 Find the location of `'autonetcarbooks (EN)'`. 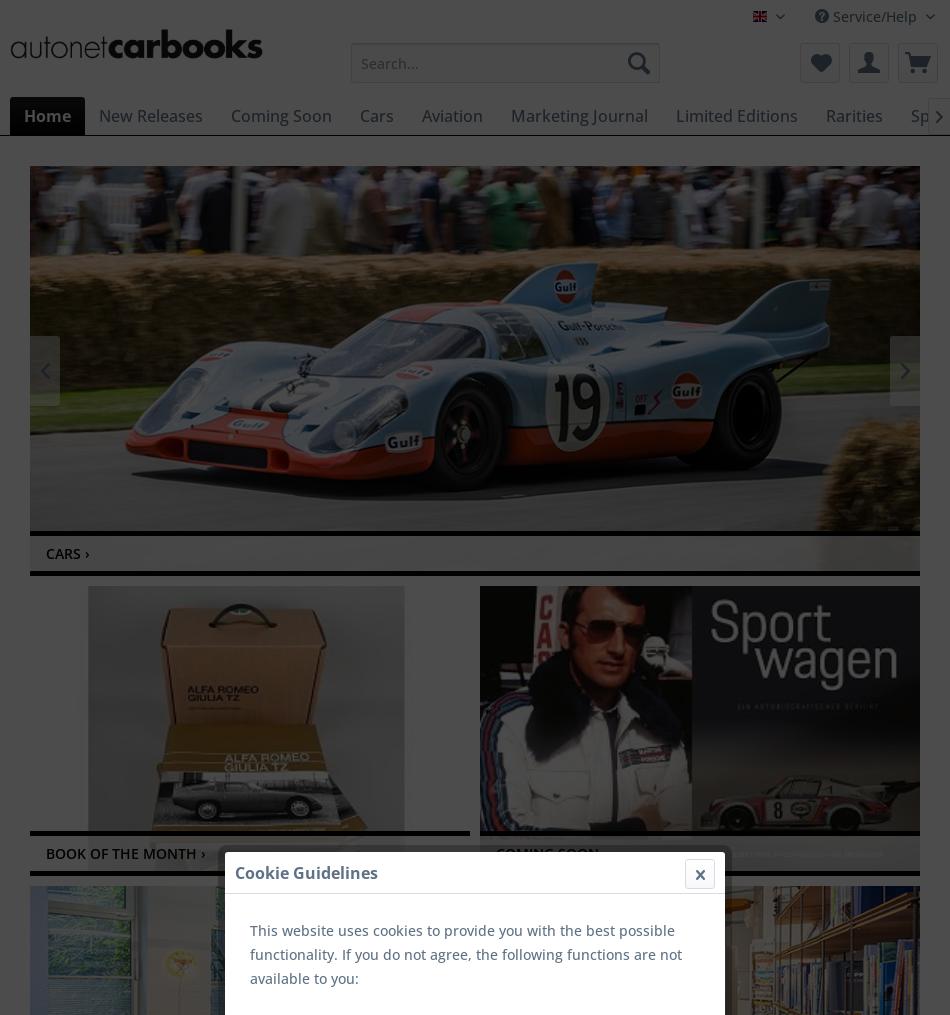

'autonetcarbooks (EN)' is located at coordinates (838, 21).